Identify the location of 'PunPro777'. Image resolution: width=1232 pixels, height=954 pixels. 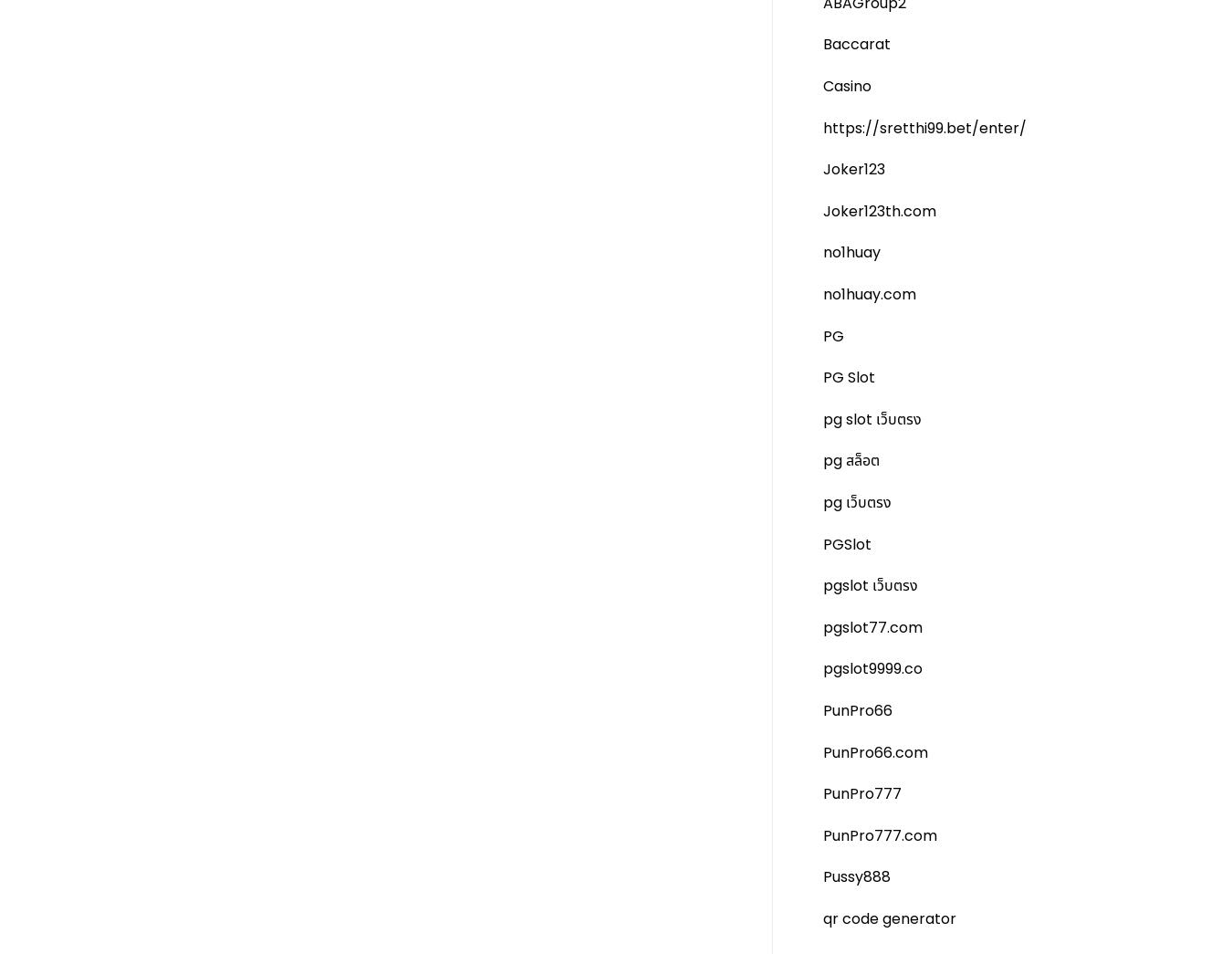
(861, 792).